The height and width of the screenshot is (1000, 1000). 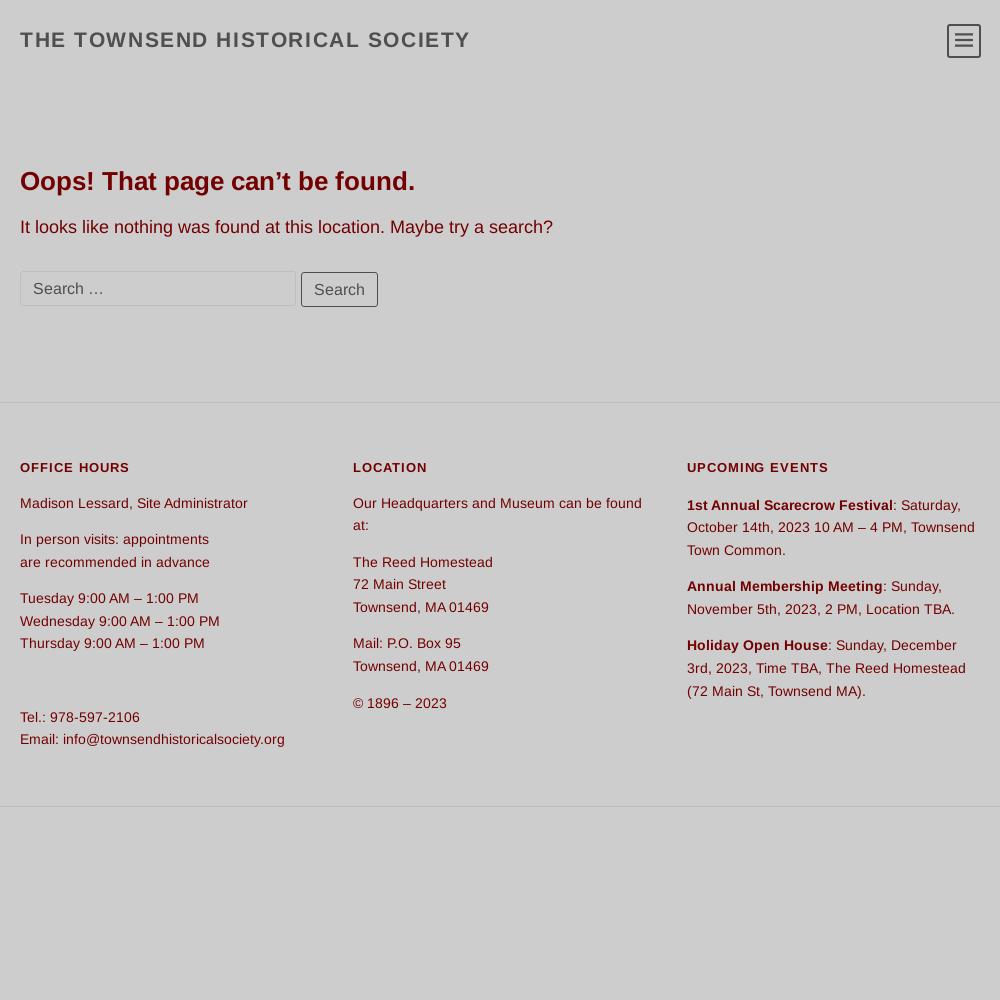 What do you see at coordinates (20, 39) in the screenshot?
I see `'The Townsend Historical Society'` at bounding box center [20, 39].